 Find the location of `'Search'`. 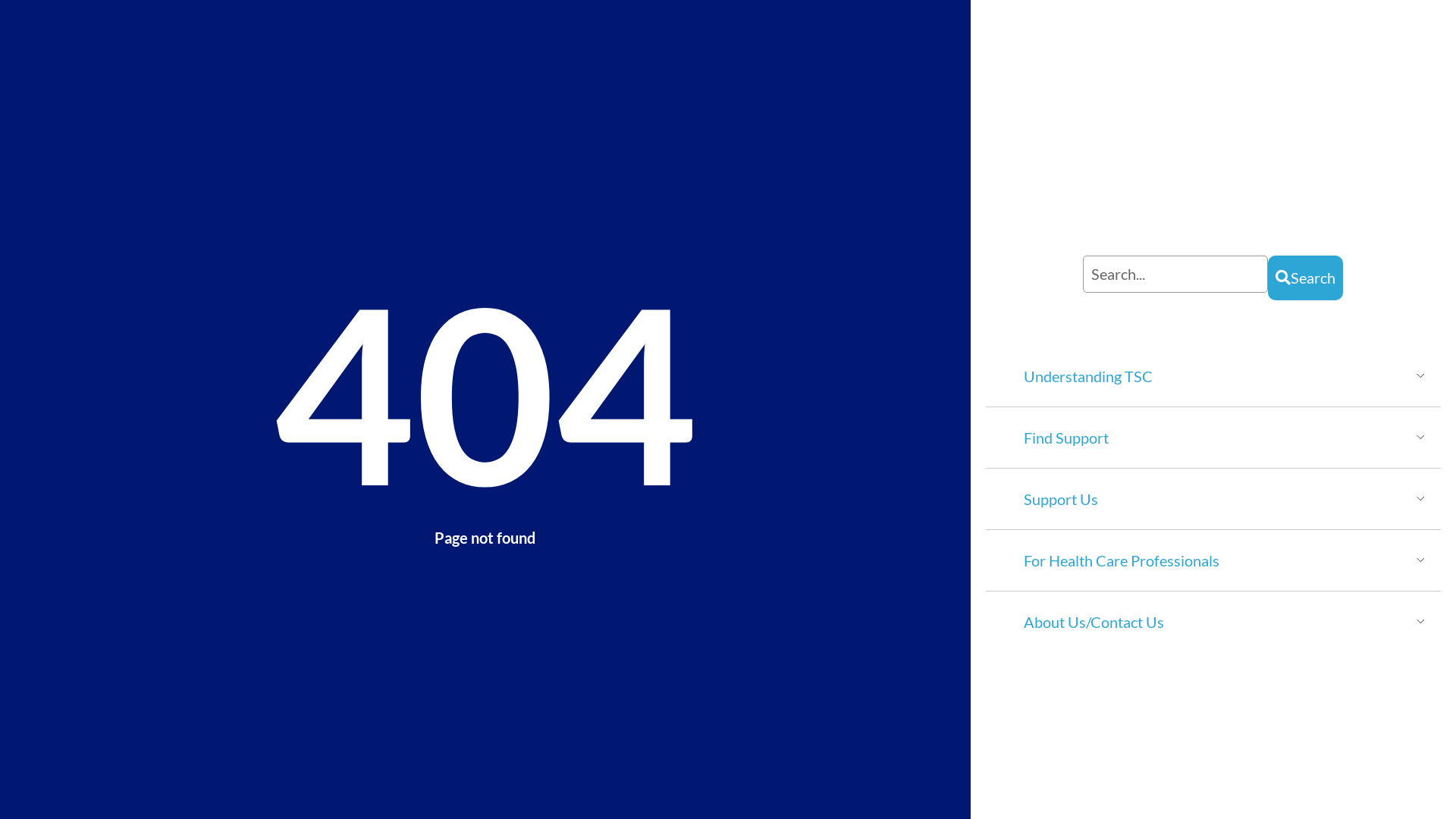

'Search' is located at coordinates (1304, 278).